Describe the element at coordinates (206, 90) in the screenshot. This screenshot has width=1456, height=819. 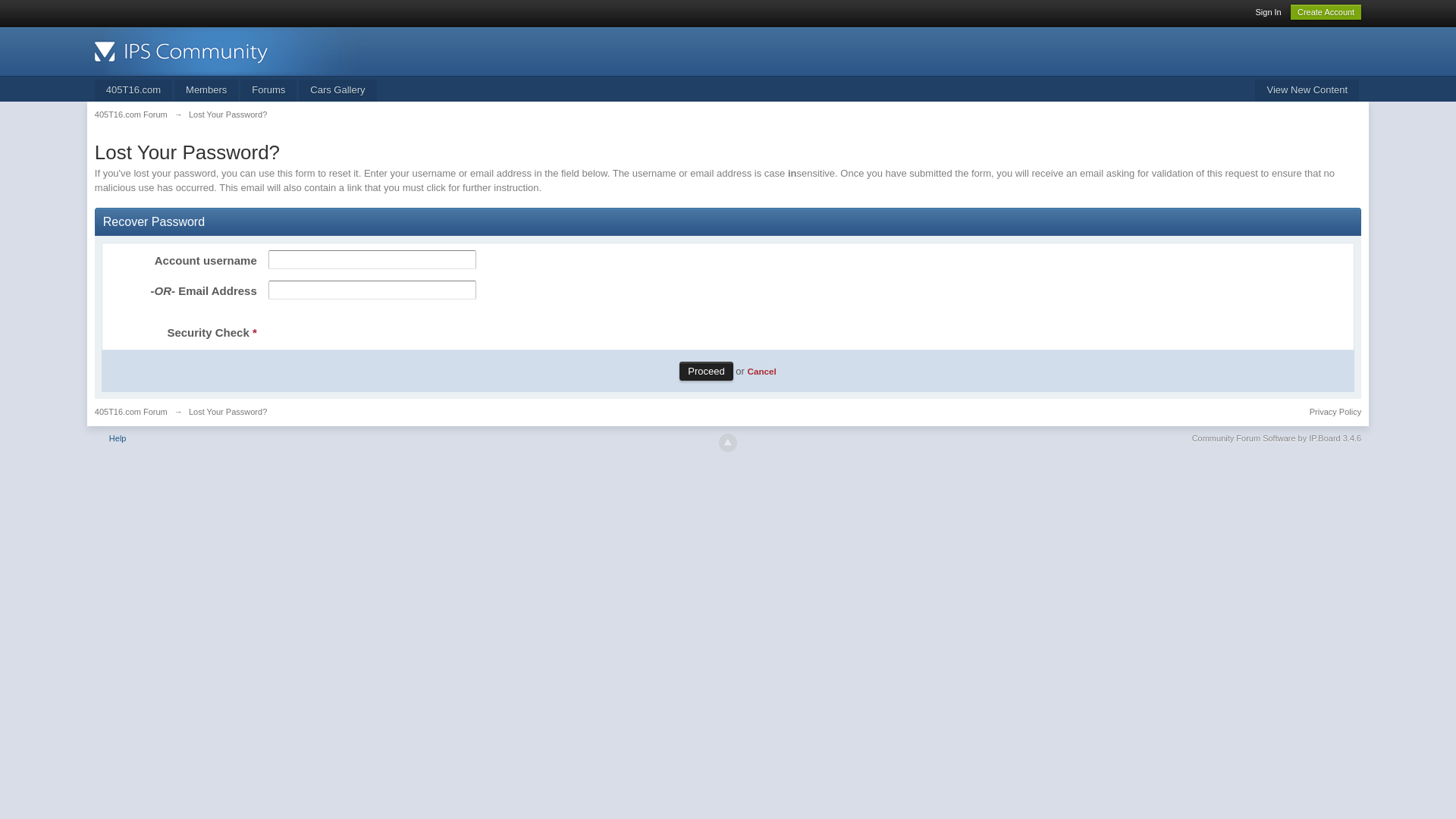
I see `'Members'` at that location.